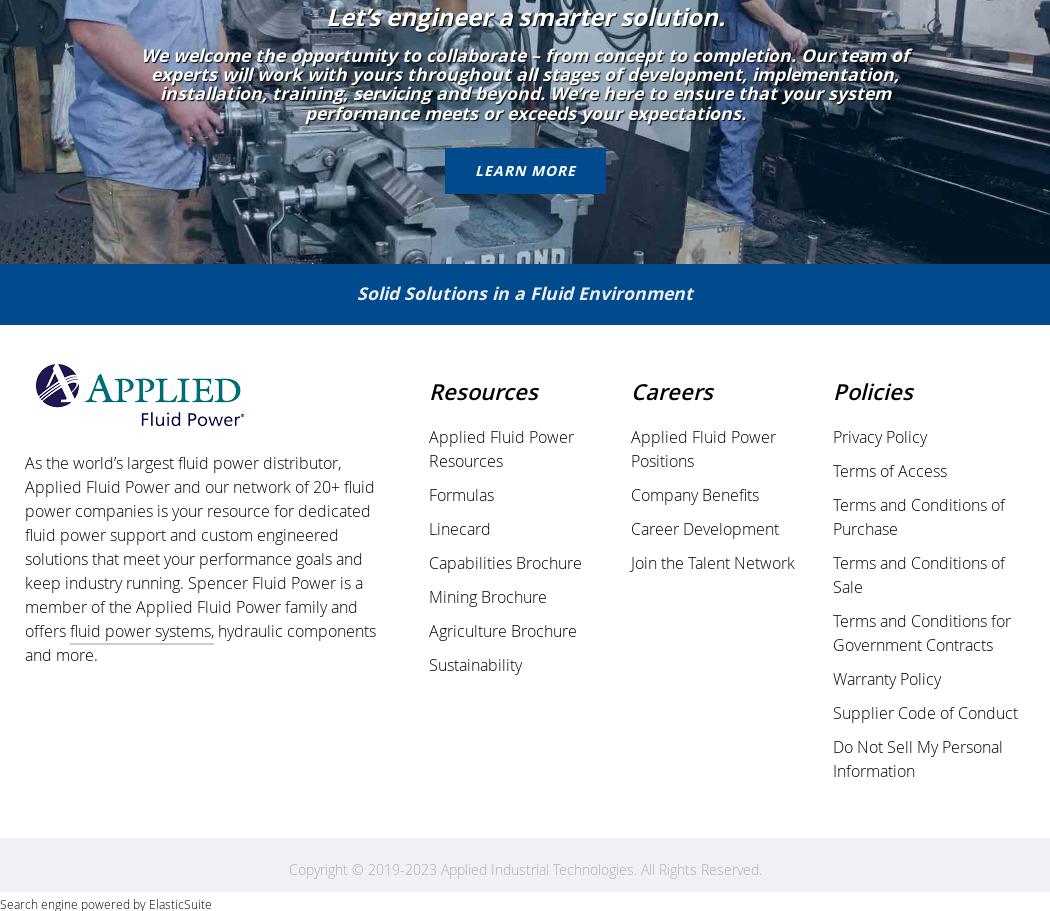 The image size is (1050, 911). I want to click on 'Let’s engineer a smarter solution.', so click(523, 17).